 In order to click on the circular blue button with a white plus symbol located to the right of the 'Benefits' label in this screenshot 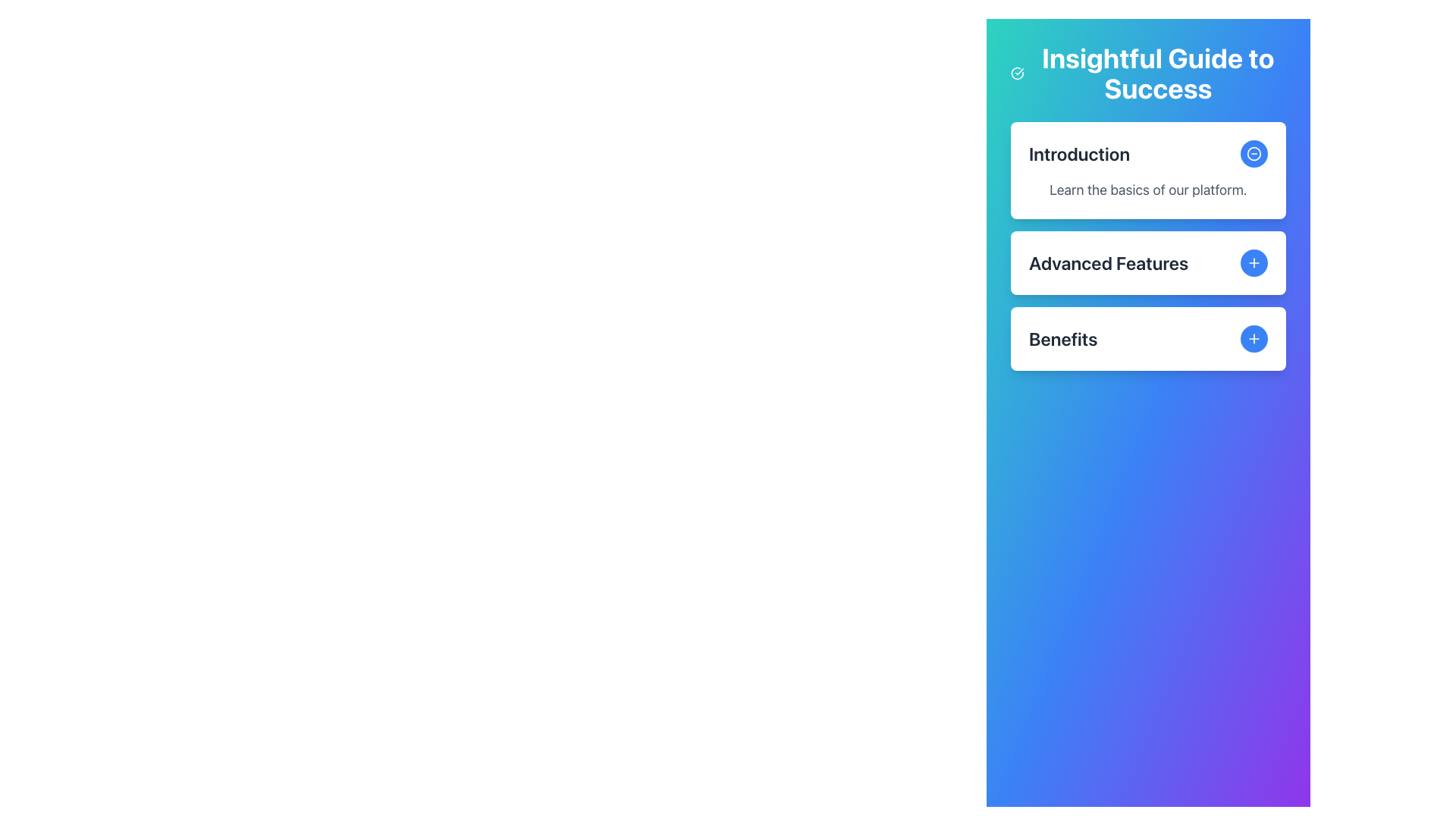, I will do `click(1254, 338)`.